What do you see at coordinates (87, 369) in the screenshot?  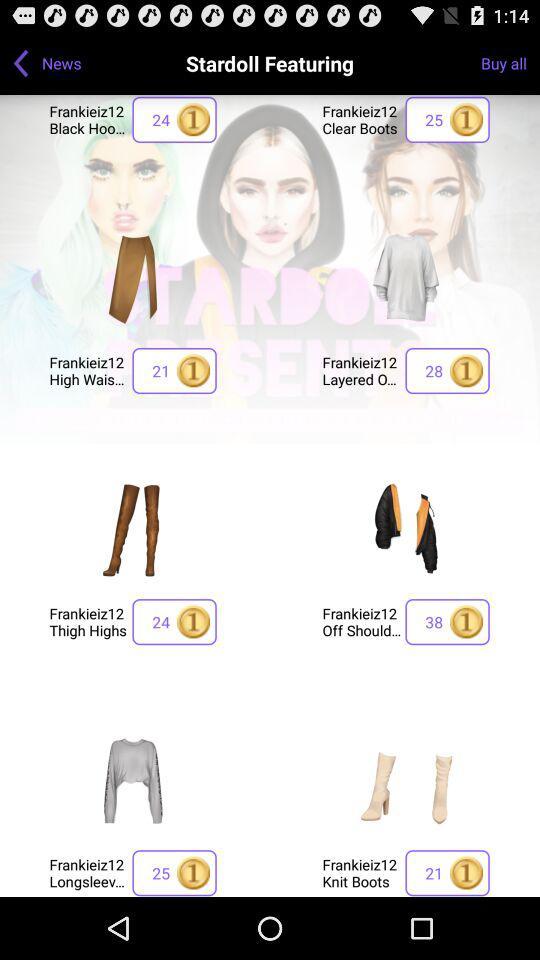 I see `the button next to 21 item` at bounding box center [87, 369].